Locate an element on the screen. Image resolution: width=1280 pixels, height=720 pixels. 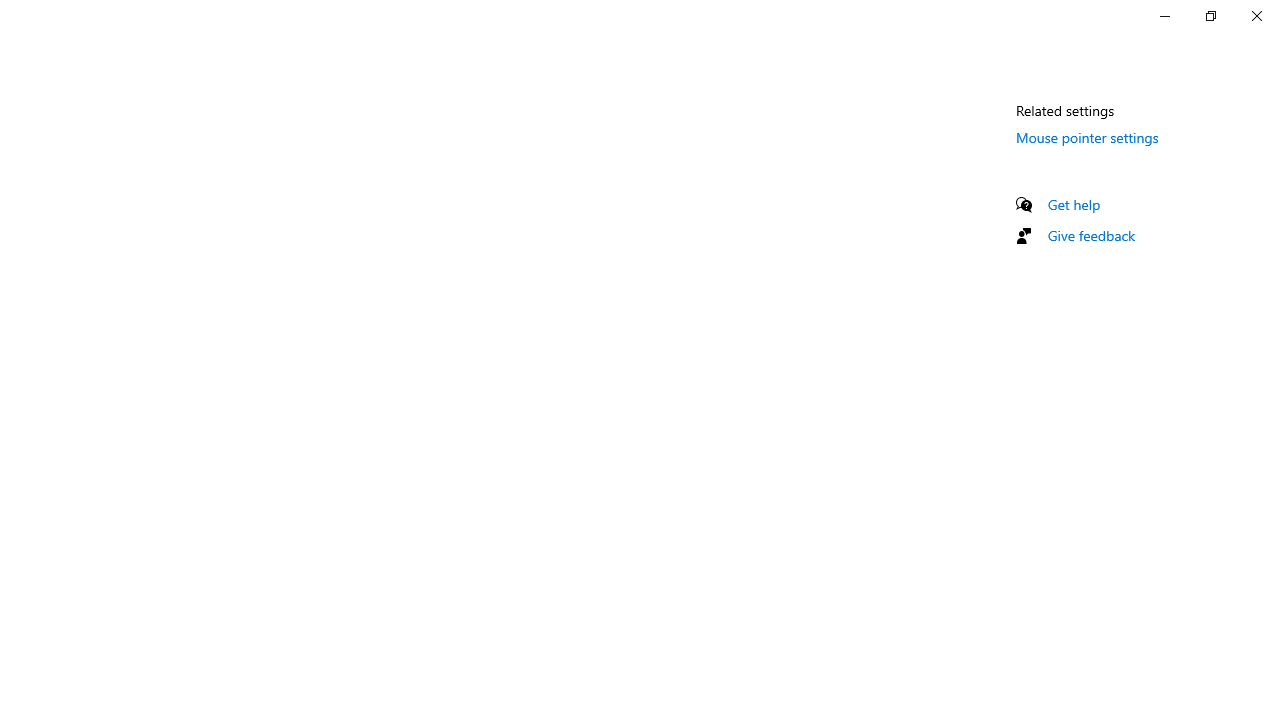
'Get help' is located at coordinates (1073, 204).